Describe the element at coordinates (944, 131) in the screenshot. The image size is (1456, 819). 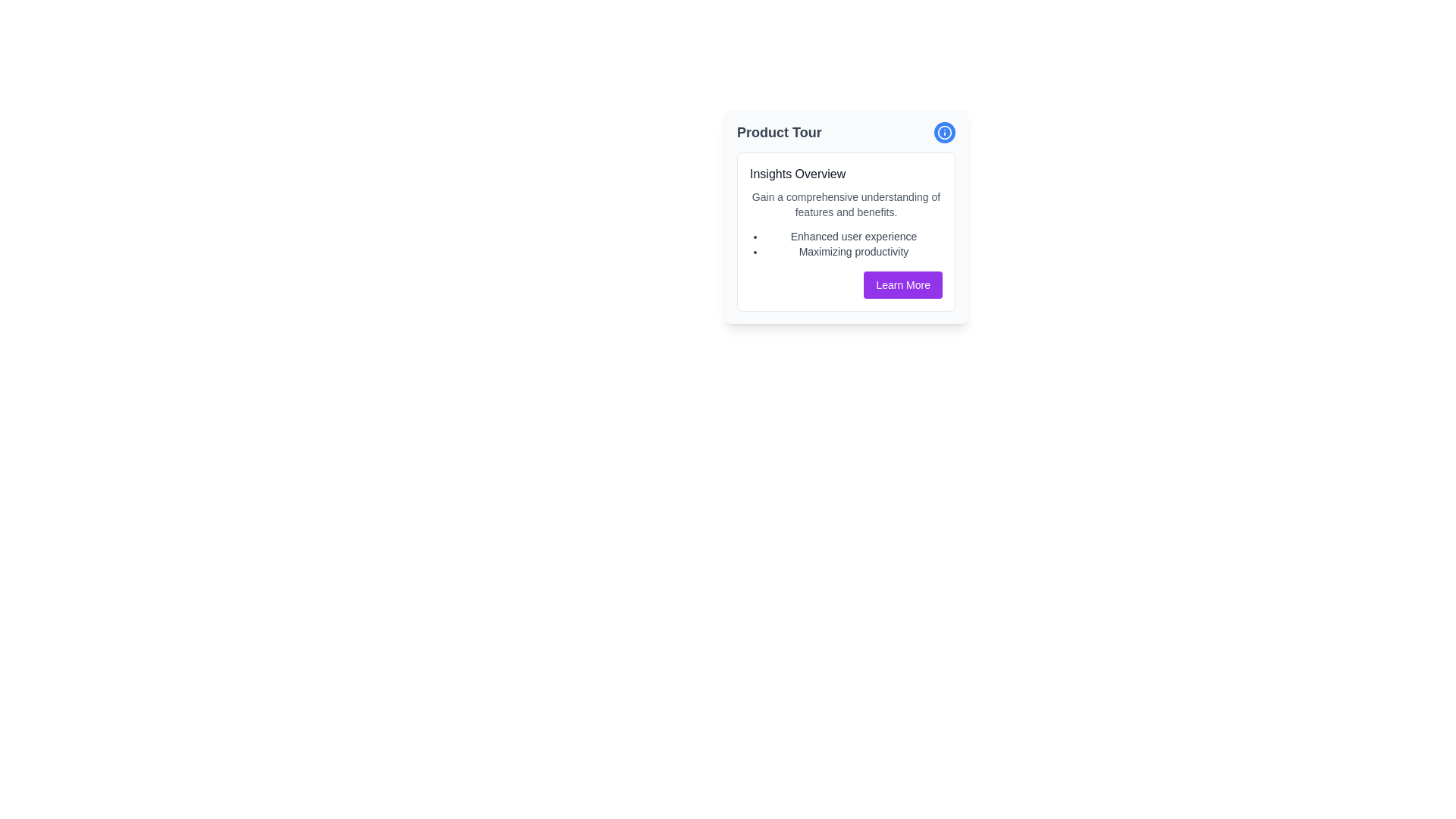
I see `the blue circular information icon with a white outline located at the top-right of the 'Product Tour' card` at that location.